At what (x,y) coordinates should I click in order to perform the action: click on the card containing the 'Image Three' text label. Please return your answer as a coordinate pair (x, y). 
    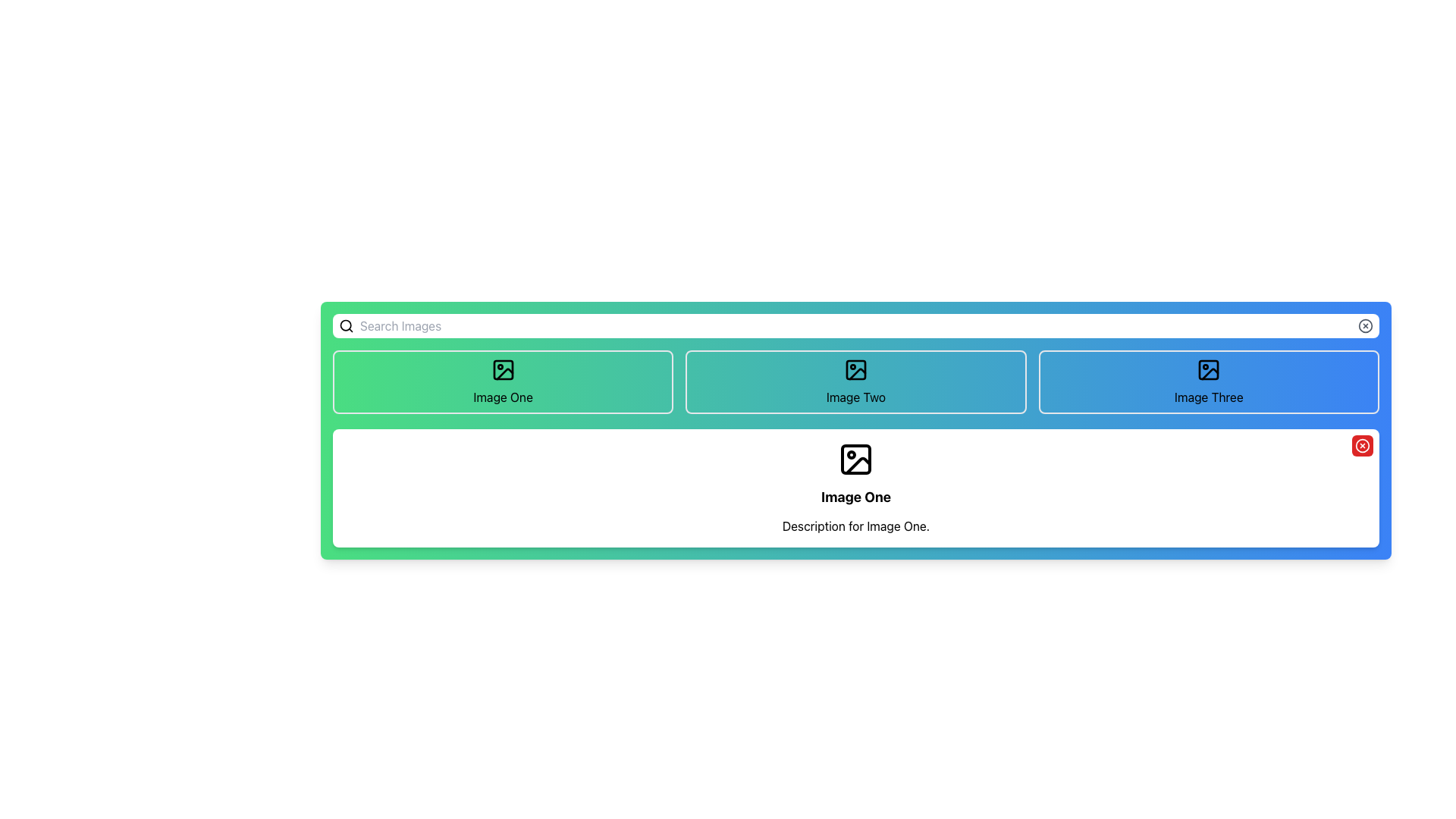
    Looking at the image, I should click on (1208, 397).